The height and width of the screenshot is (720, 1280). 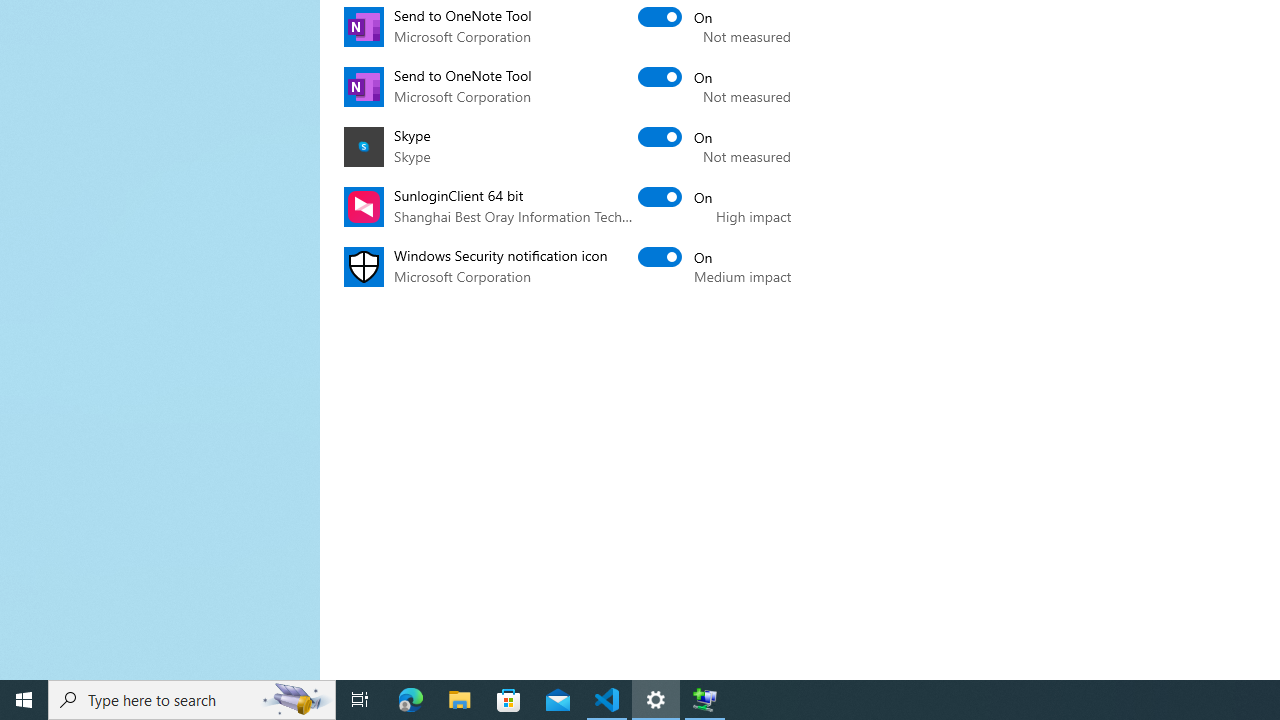 I want to click on 'Extensible Wizards Host Process - 1 running window', so click(x=705, y=698).